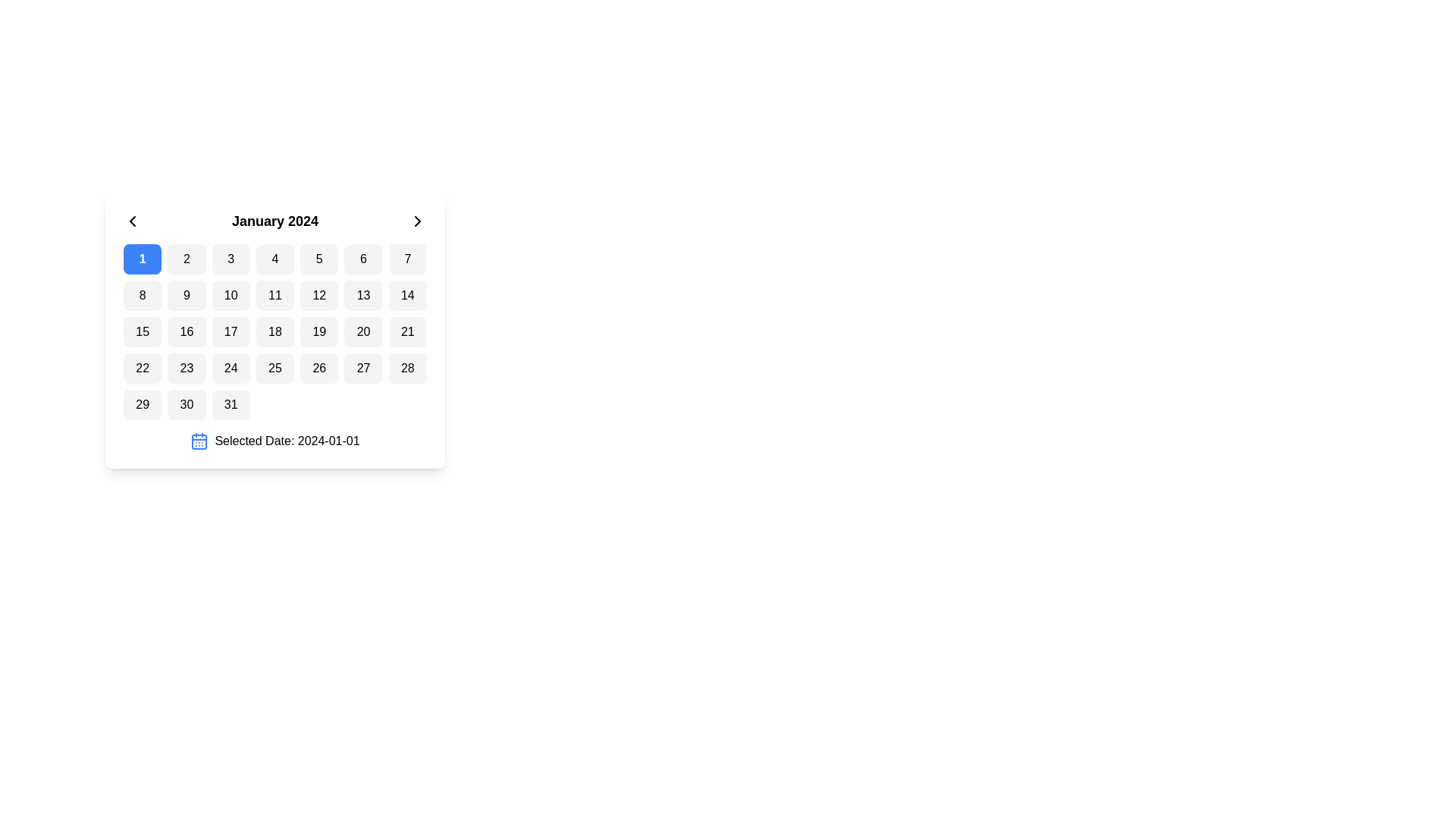  What do you see at coordinates (186, 369) in the screenshot?
I see `the '23rd' date button in the calendar layout` at bounding box center [186, 369].